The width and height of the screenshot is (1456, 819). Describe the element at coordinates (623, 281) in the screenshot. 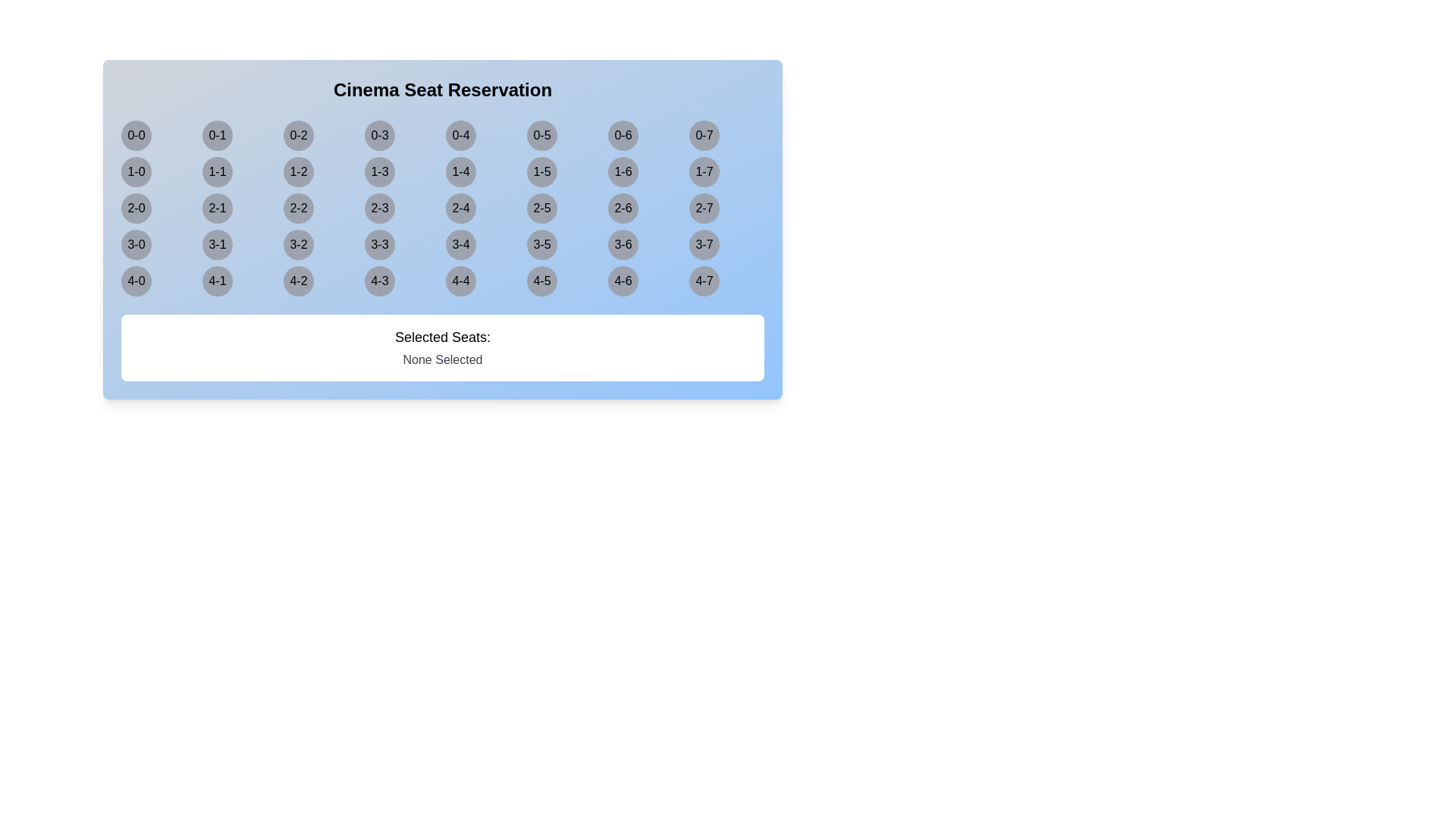

I see `the circular button labeled '4-6'` at that location.